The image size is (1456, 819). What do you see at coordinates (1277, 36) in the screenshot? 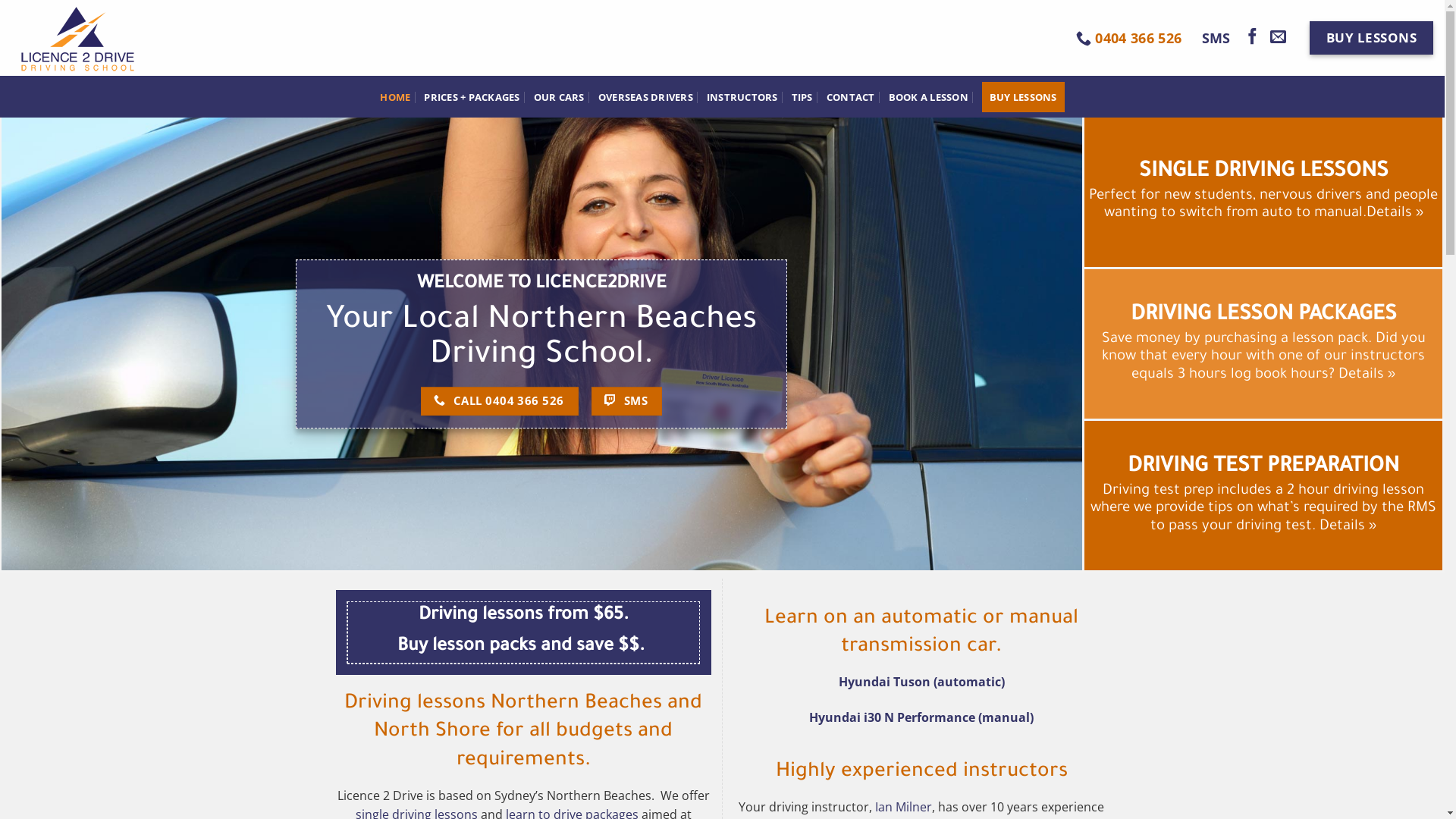
I see `'Send us an email'` at bounding box center [1277, 36].